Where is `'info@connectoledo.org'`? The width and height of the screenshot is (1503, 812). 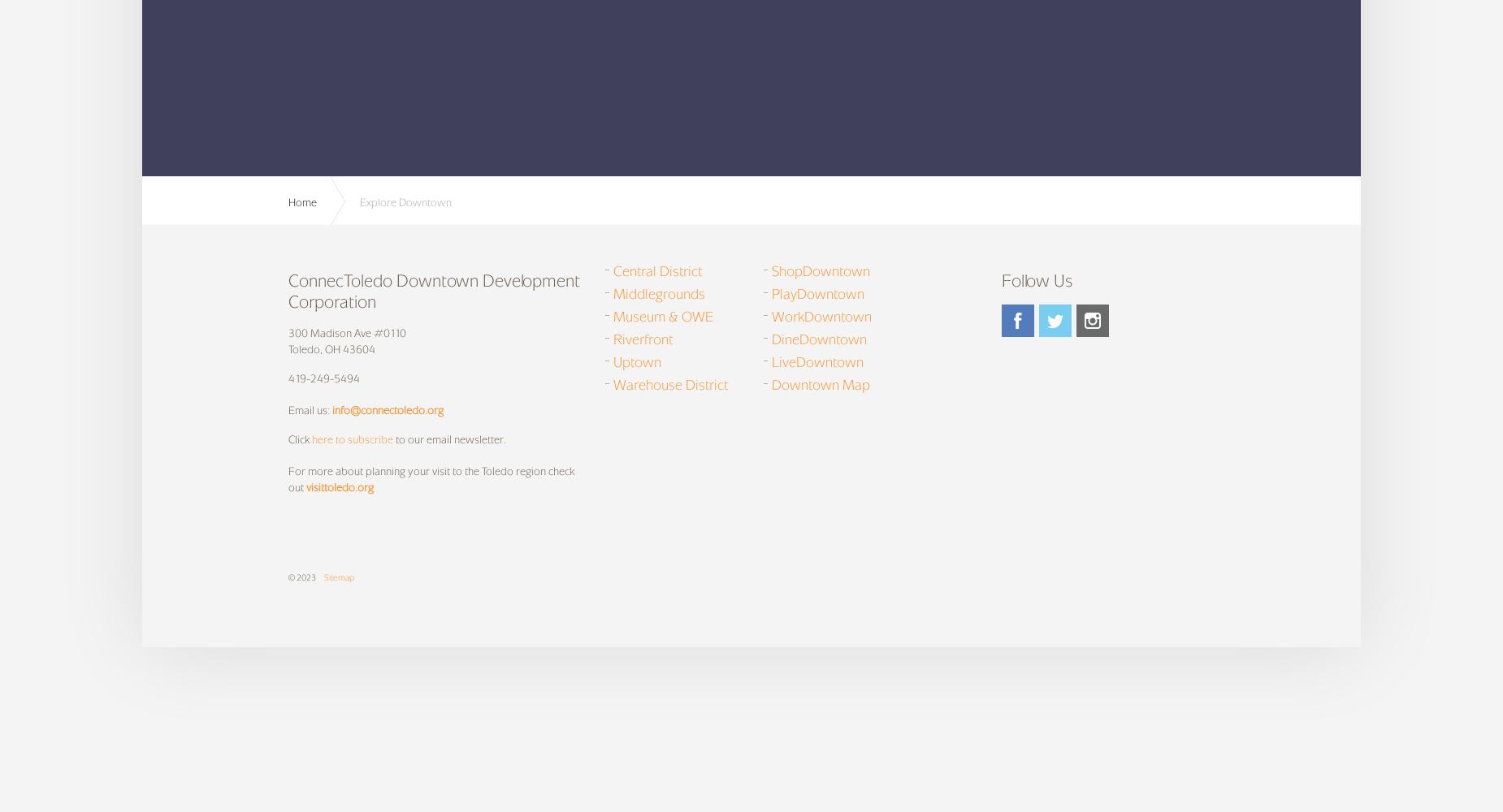 'info@connectoledo.org' is located at coordinates (388, 410).